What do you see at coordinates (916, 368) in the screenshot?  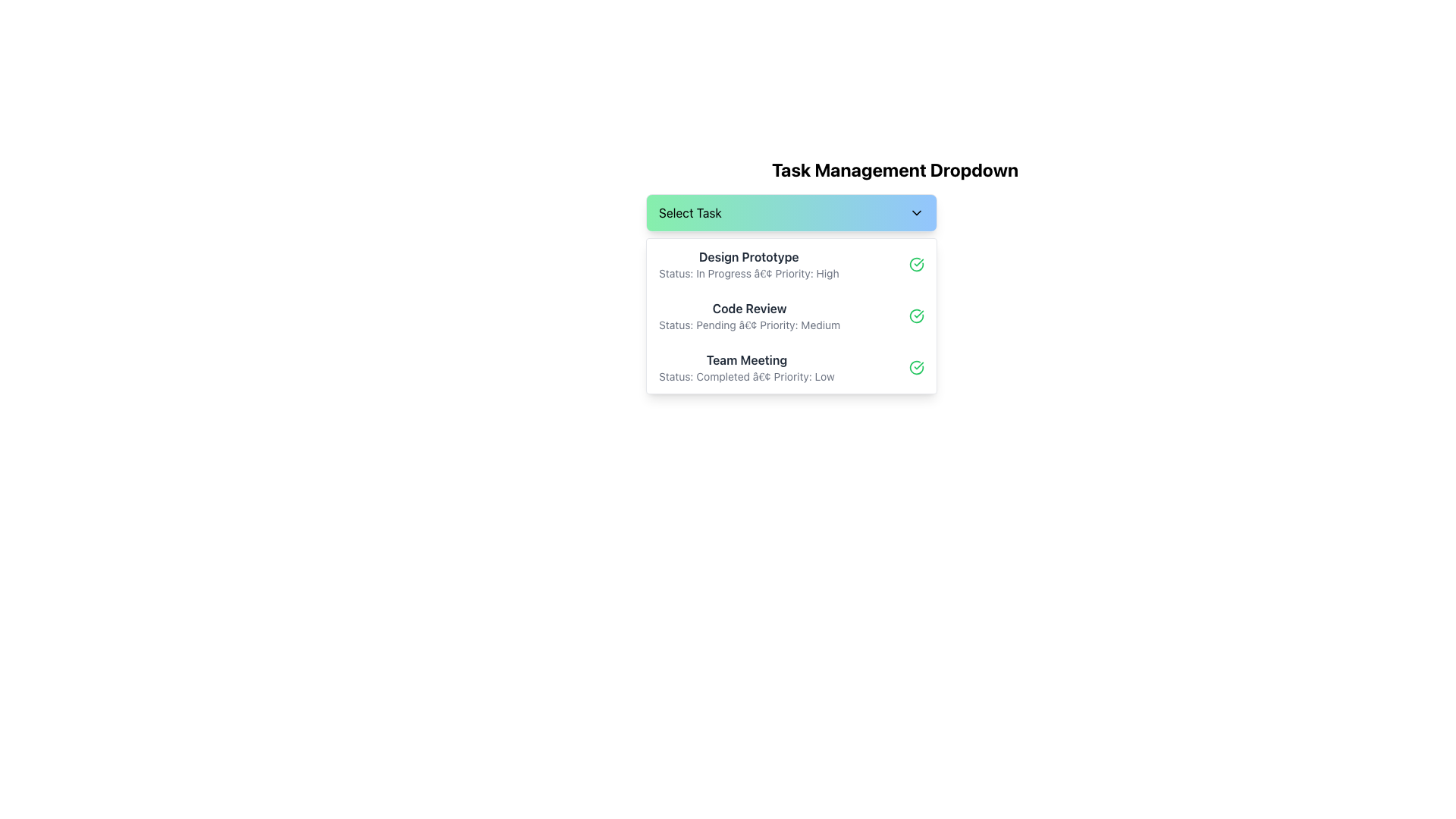 I see `the completion status icon located in the rightmost section of the row labeled 'Team Meeting', adjacent to the text 'Status: Completed • Priority: Low'` at bounding box center [916, 368].